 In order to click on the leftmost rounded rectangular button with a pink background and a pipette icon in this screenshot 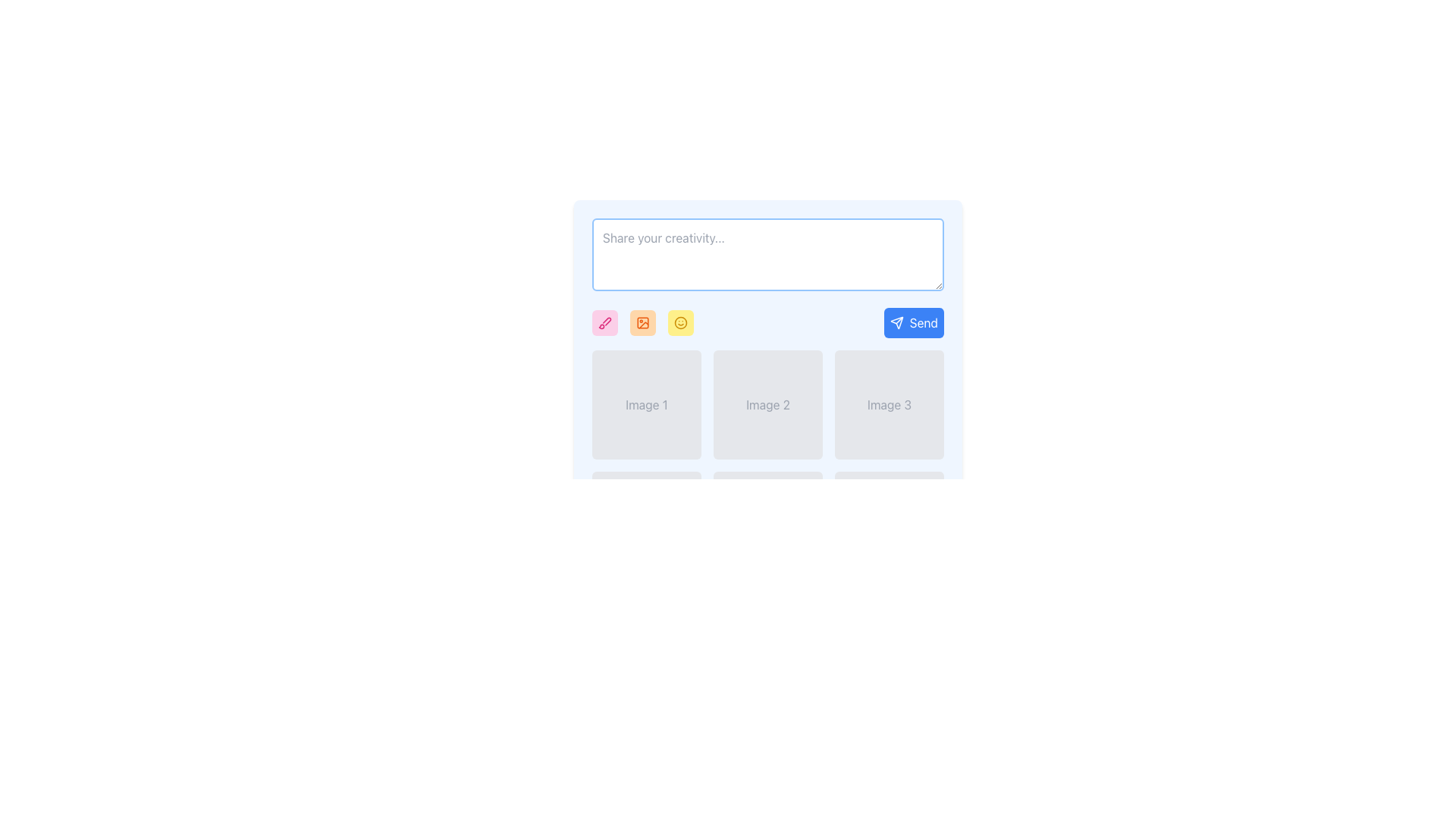, I will do `click(604, 322)`.